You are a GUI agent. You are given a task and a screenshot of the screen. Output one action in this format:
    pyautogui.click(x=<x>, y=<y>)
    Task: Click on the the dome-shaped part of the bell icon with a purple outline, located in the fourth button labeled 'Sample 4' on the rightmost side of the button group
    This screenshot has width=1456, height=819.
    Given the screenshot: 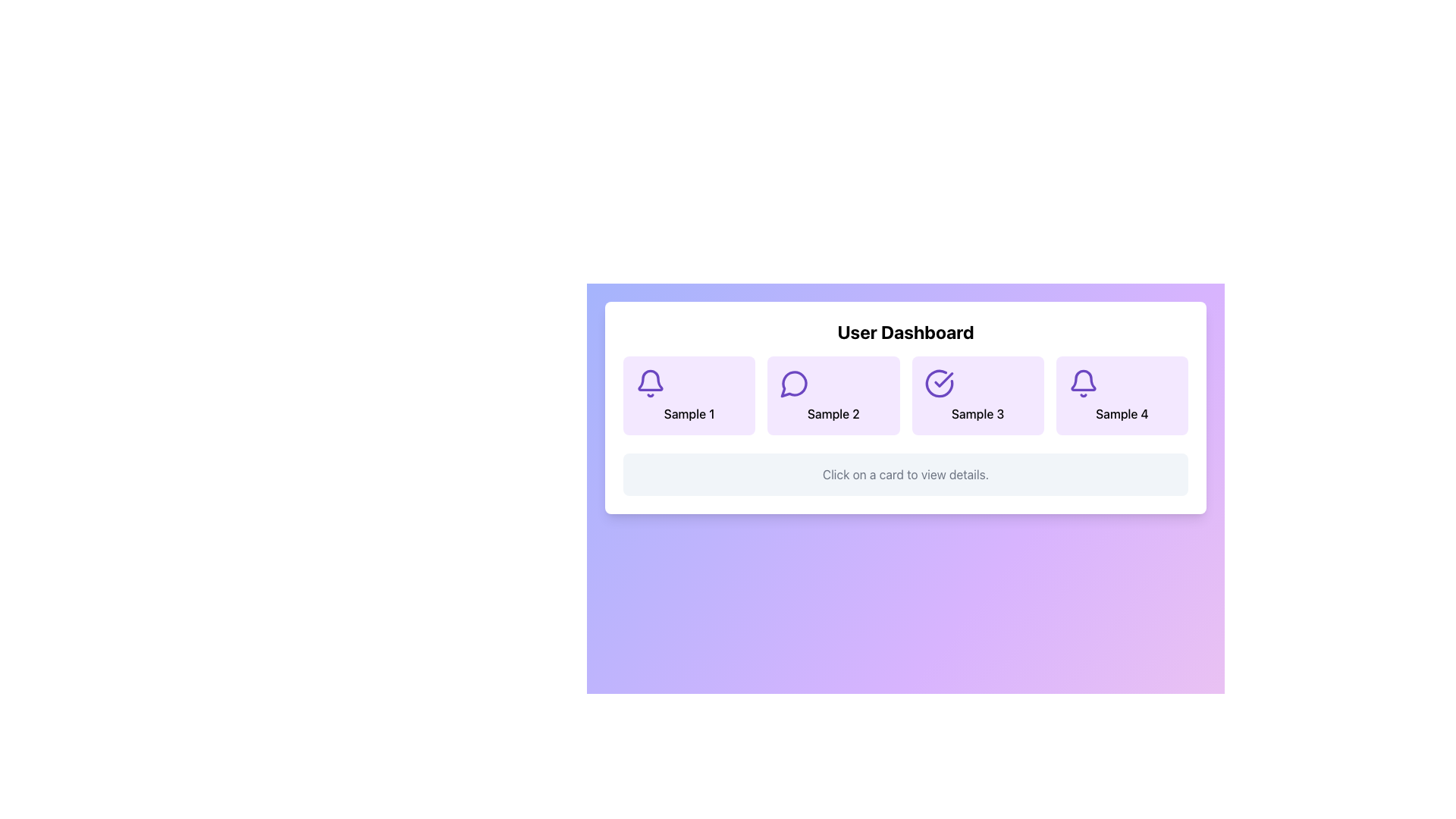 What is the action you would take?
    pyautogui.click(x=1082, y=379)
    